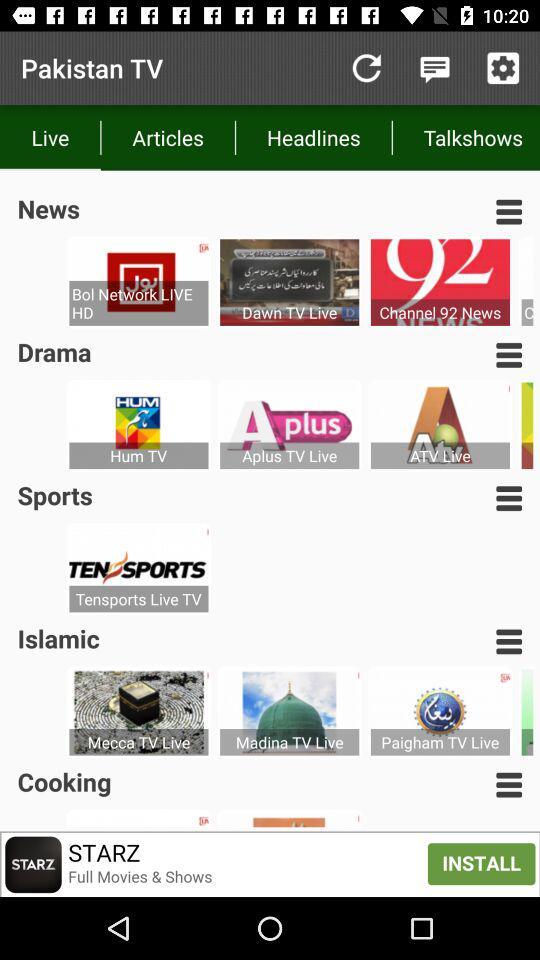  What do you see at coordinates (270, 863) in the screenshot?
I see `advertisement to install starz app` at bounding box center [270, 863].